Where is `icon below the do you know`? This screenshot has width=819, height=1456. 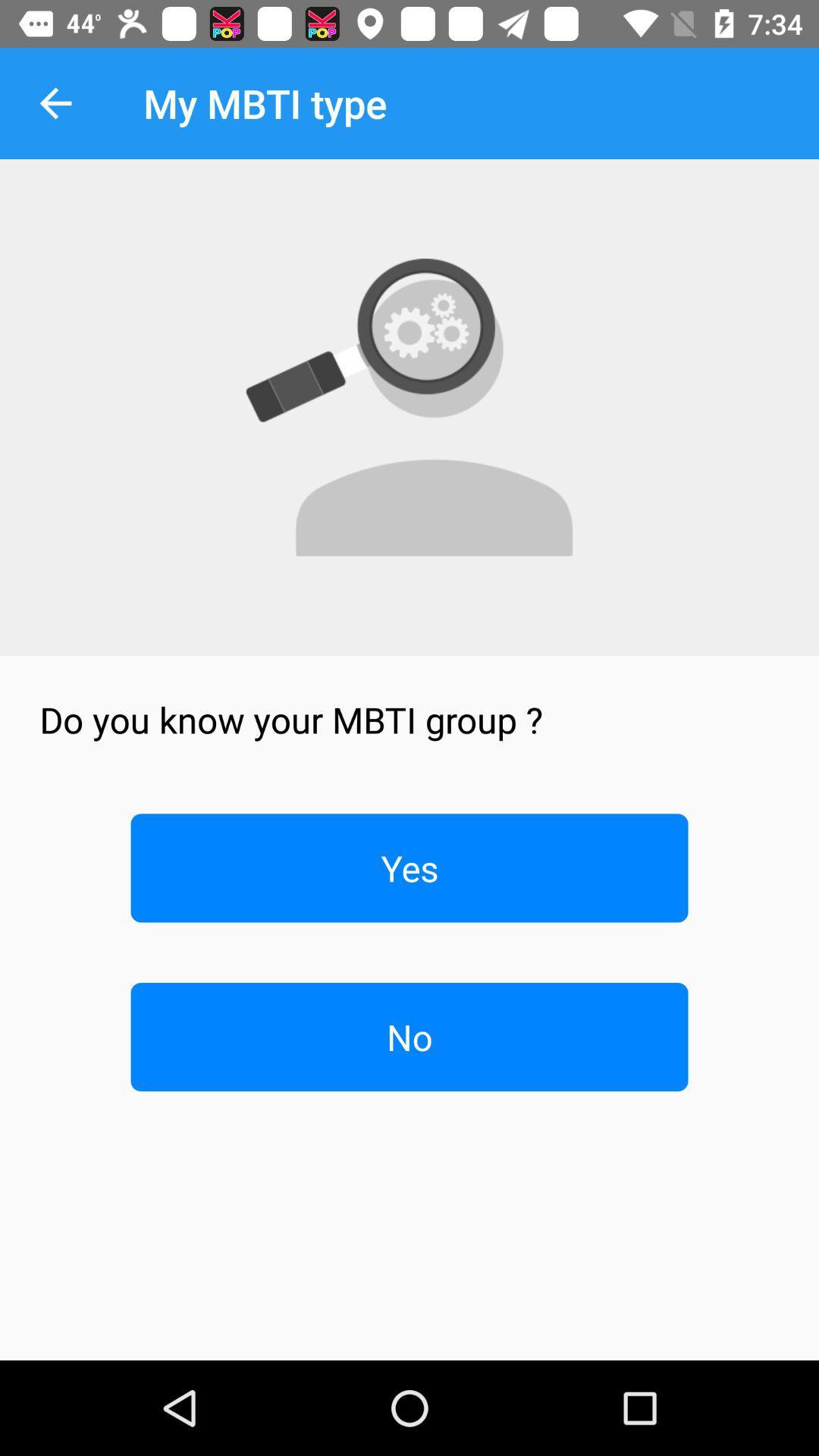 icon below the do you know is located at coordinates (409, 868).